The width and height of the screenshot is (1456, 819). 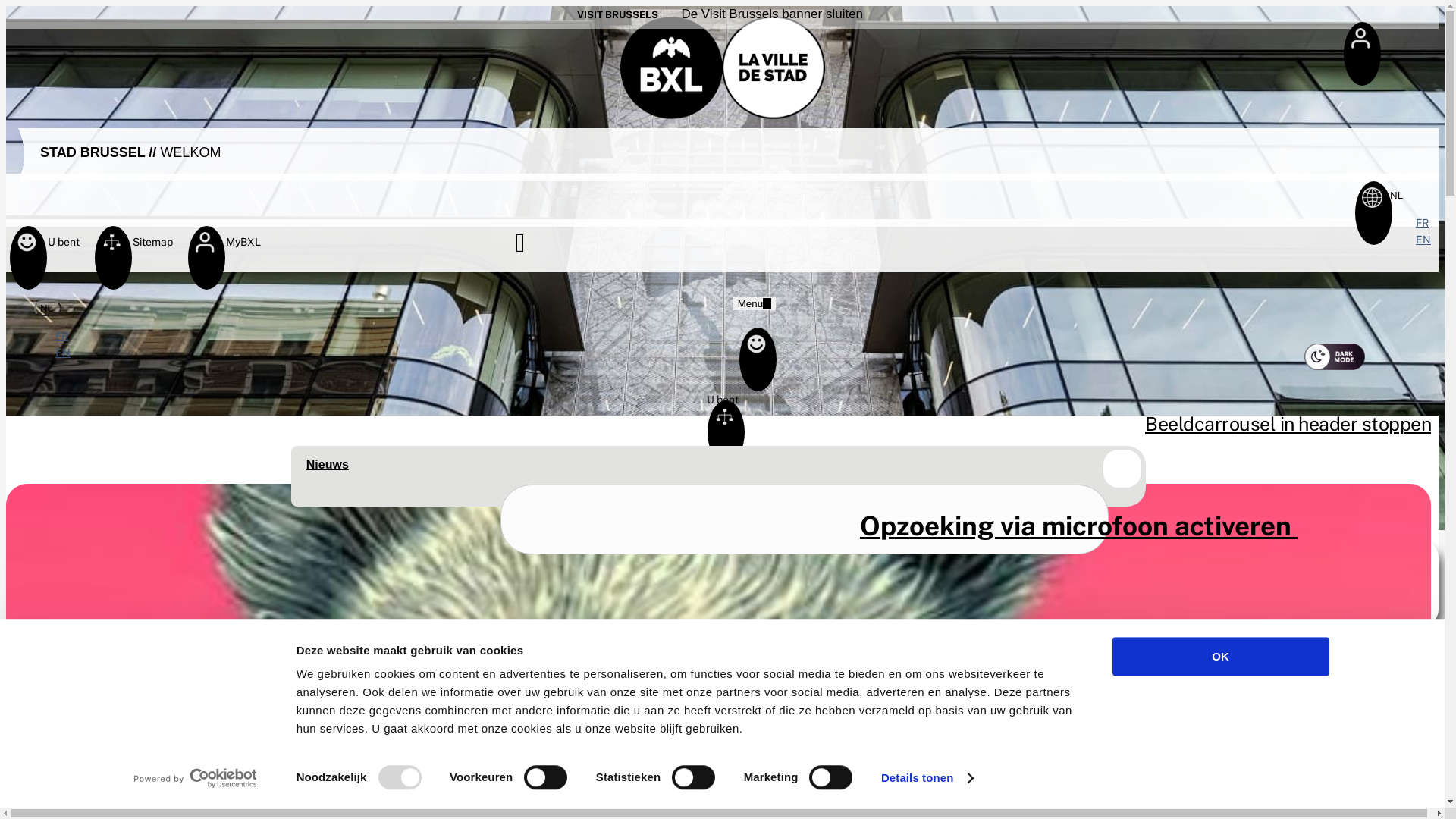 What do you see at coordinates (1397, 194) in the screenshot?
I see `'NL '` at bounding box center [1397, 194].